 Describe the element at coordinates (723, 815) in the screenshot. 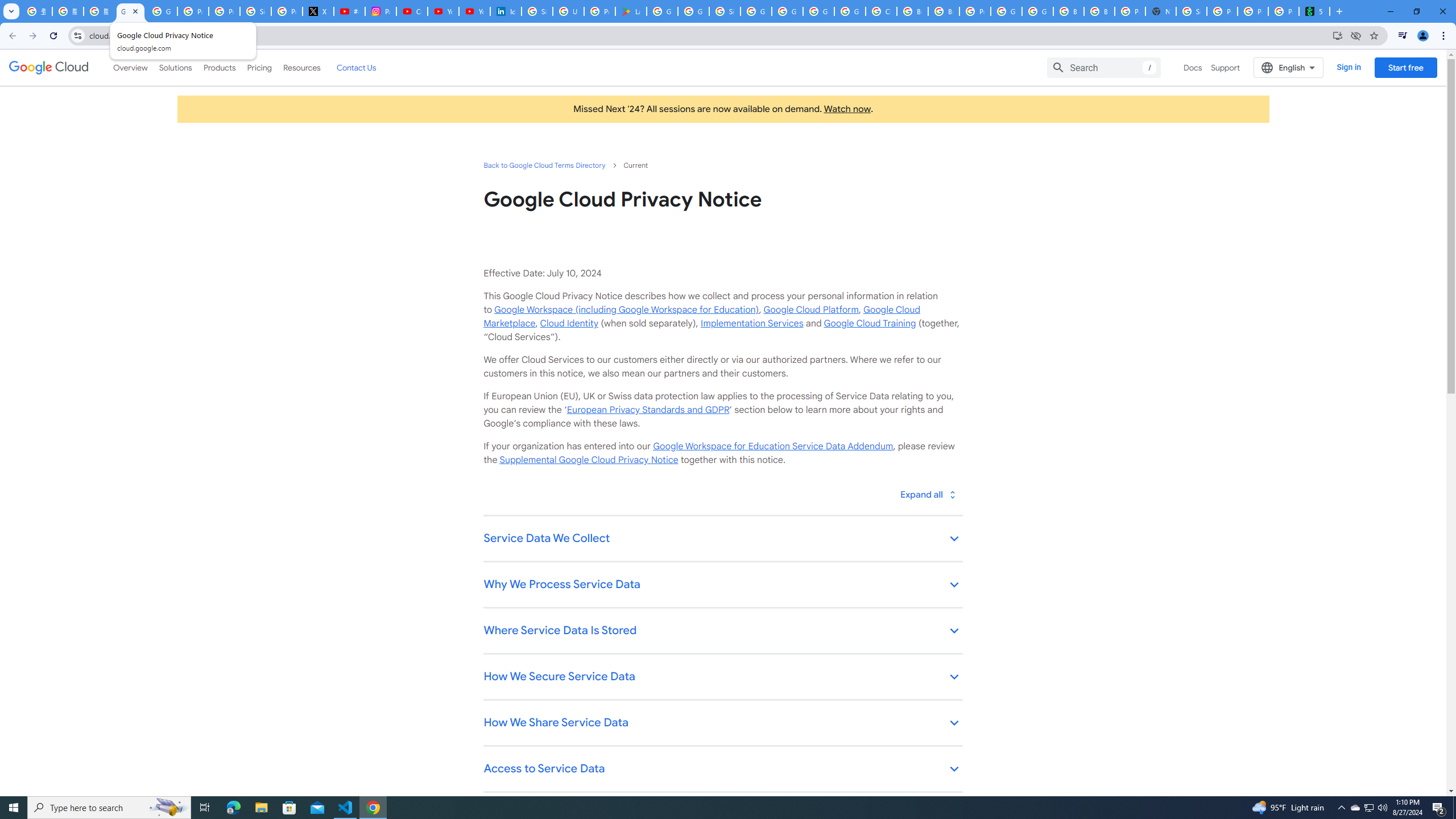

I see `'Retention and Deletion of Service Data keyboard_arrow_down'` at that location.